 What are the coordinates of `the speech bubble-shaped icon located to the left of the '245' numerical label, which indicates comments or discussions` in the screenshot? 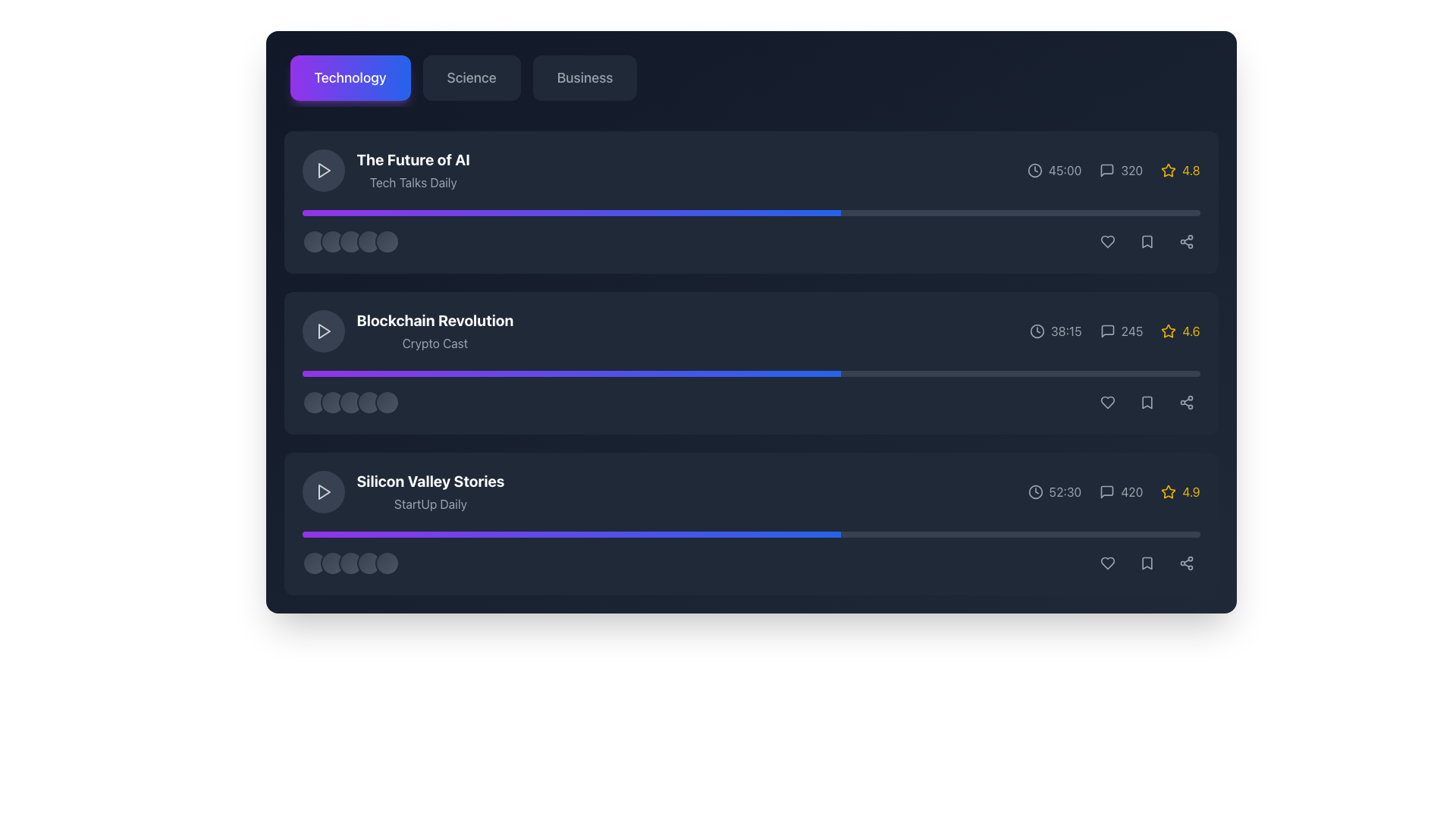 It's located at (1107, 330).